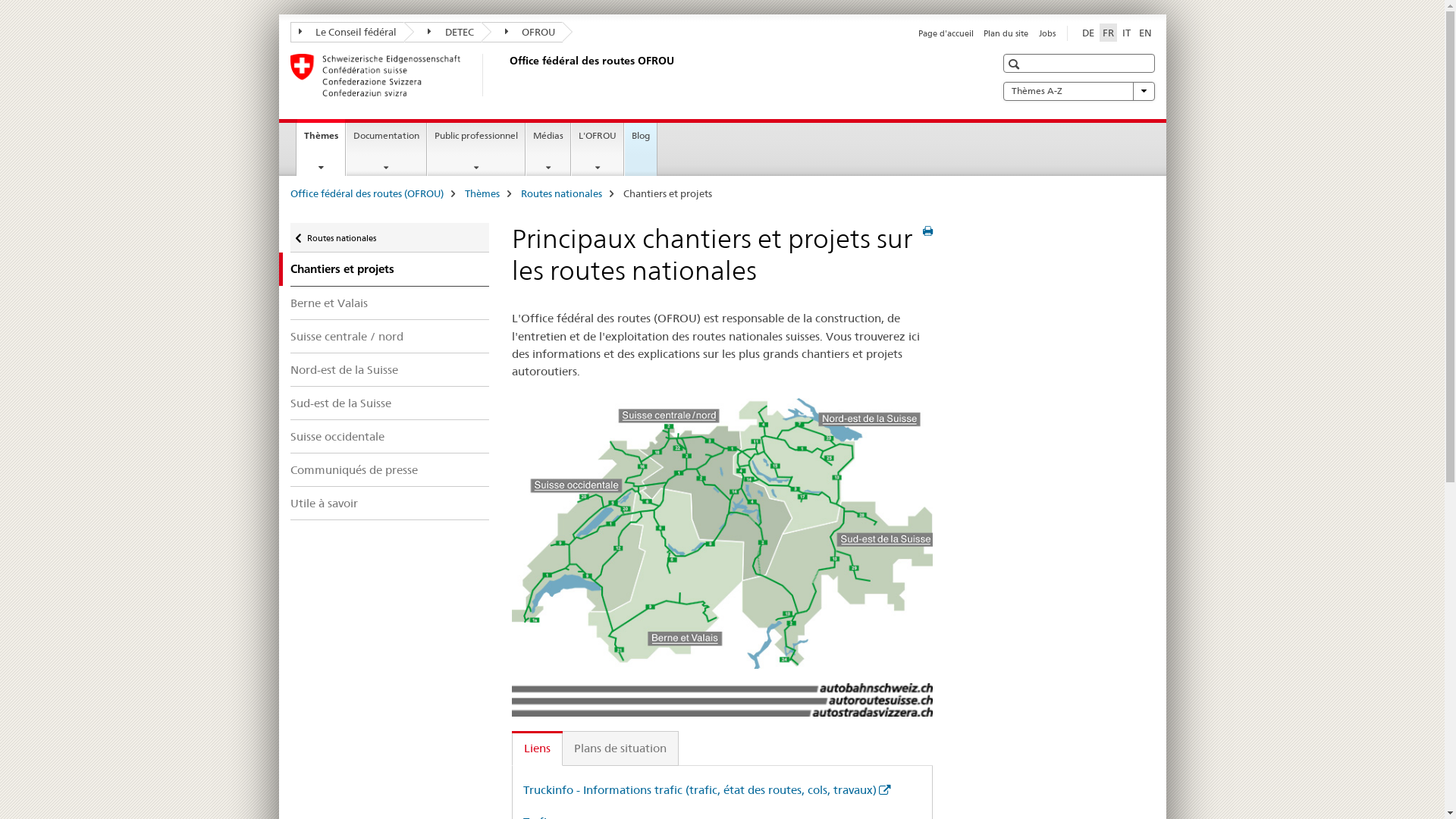  I want to click on 'Suisse centrale / nord', so click(389, 335).